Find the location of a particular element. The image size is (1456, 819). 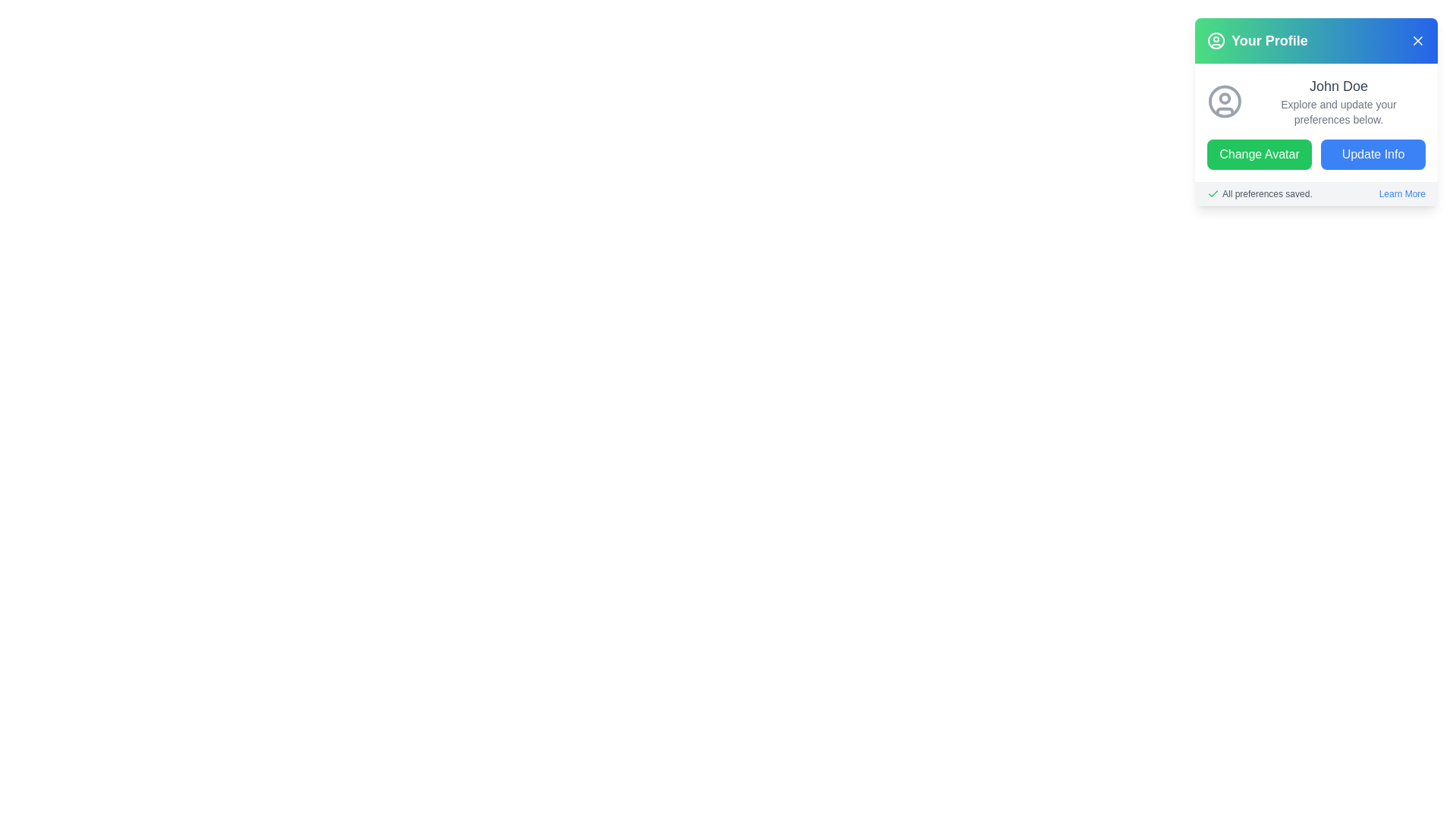

the static text element displaying the user's name 'John Doe', which is centrally located below the profile title in the profile card interface is located at coordinates (1338, 86).